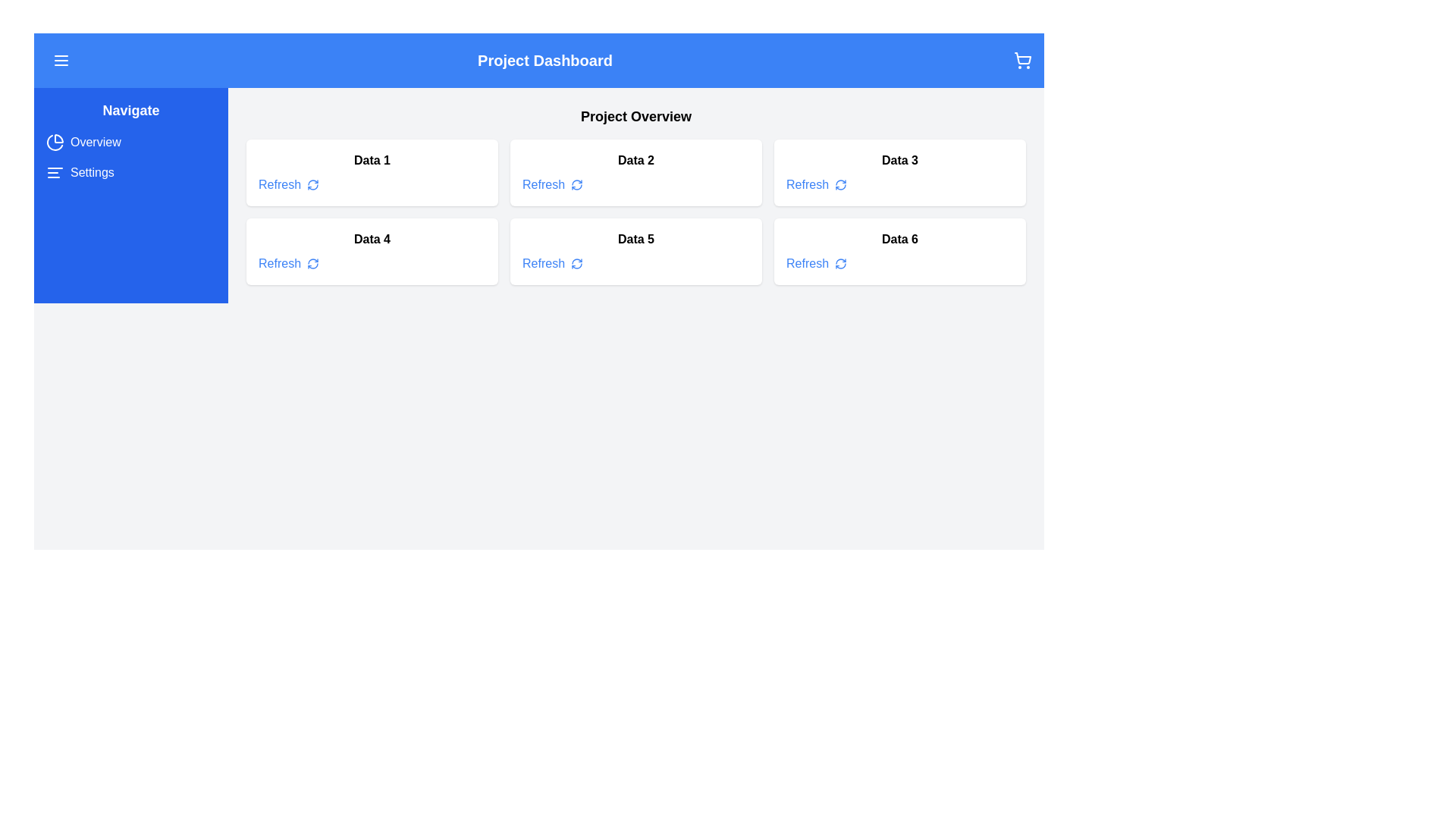  Describe the element at coordinates (95, 143) in the screenshot. I see `the 'Overview' text label located in the left sidebar, which is styled with a blue background and appears below a pie chart icon` at that location.